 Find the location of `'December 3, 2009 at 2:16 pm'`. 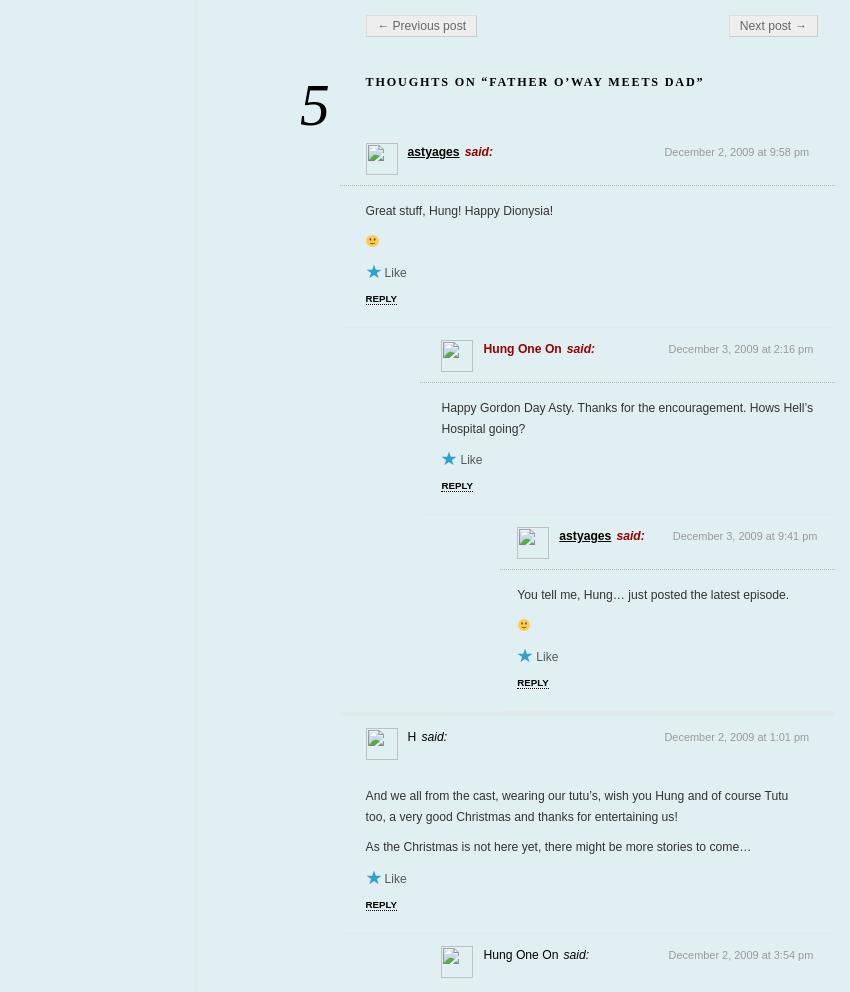

'December 3, 2009 at 2:16 pm' is located at coordinates (740, 347).